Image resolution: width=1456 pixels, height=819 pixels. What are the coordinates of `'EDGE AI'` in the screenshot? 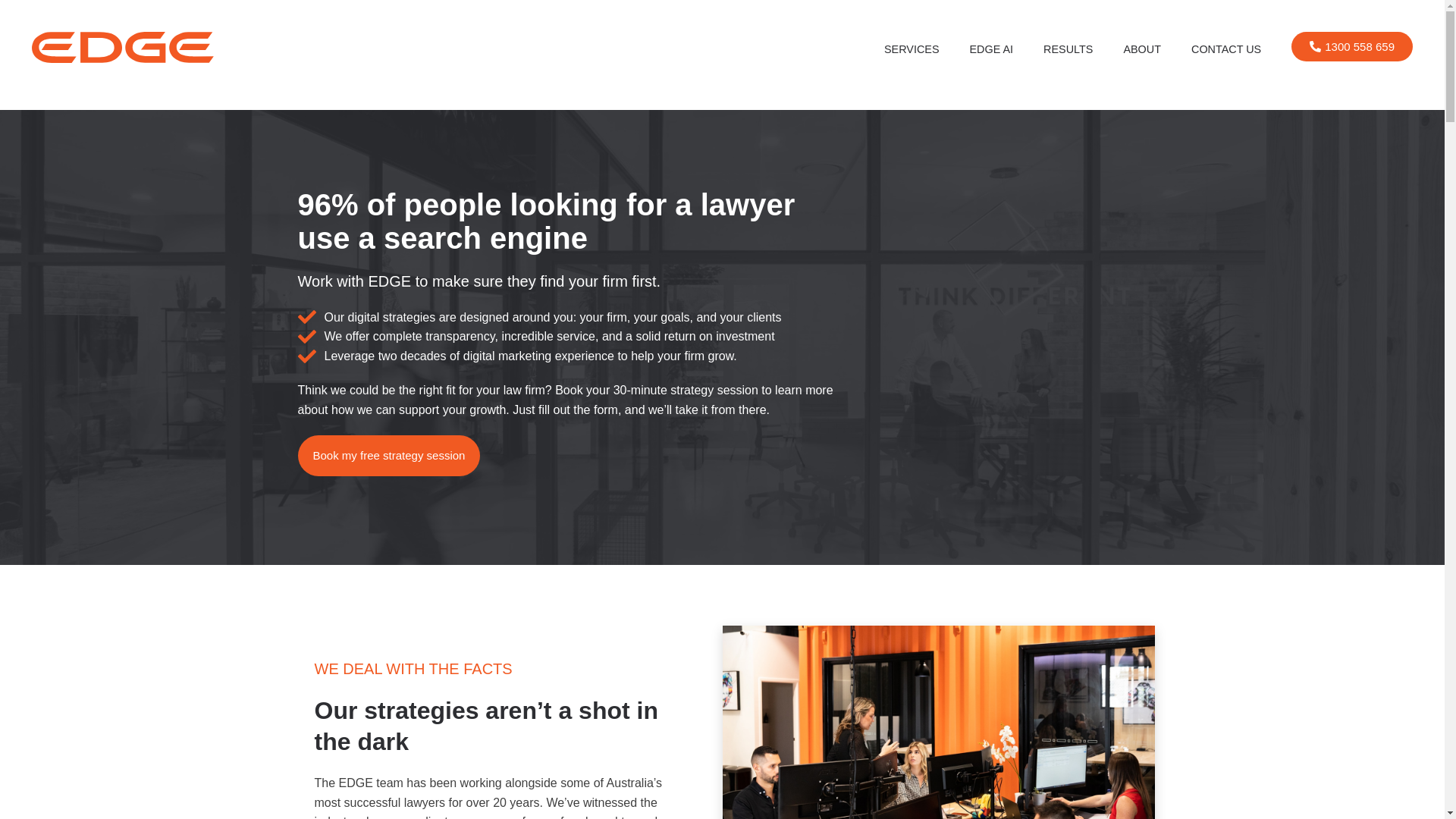 It's located at (992, 49).